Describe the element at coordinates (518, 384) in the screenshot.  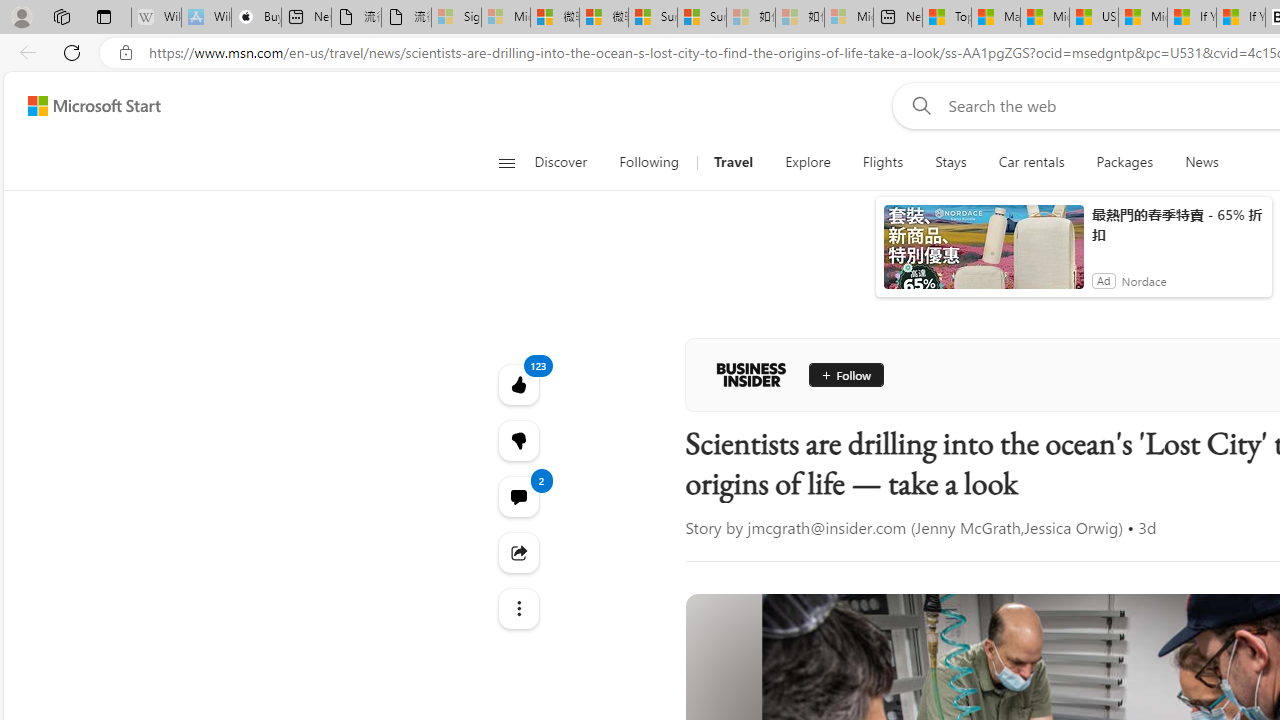
I see `'123 Like'` at that location.